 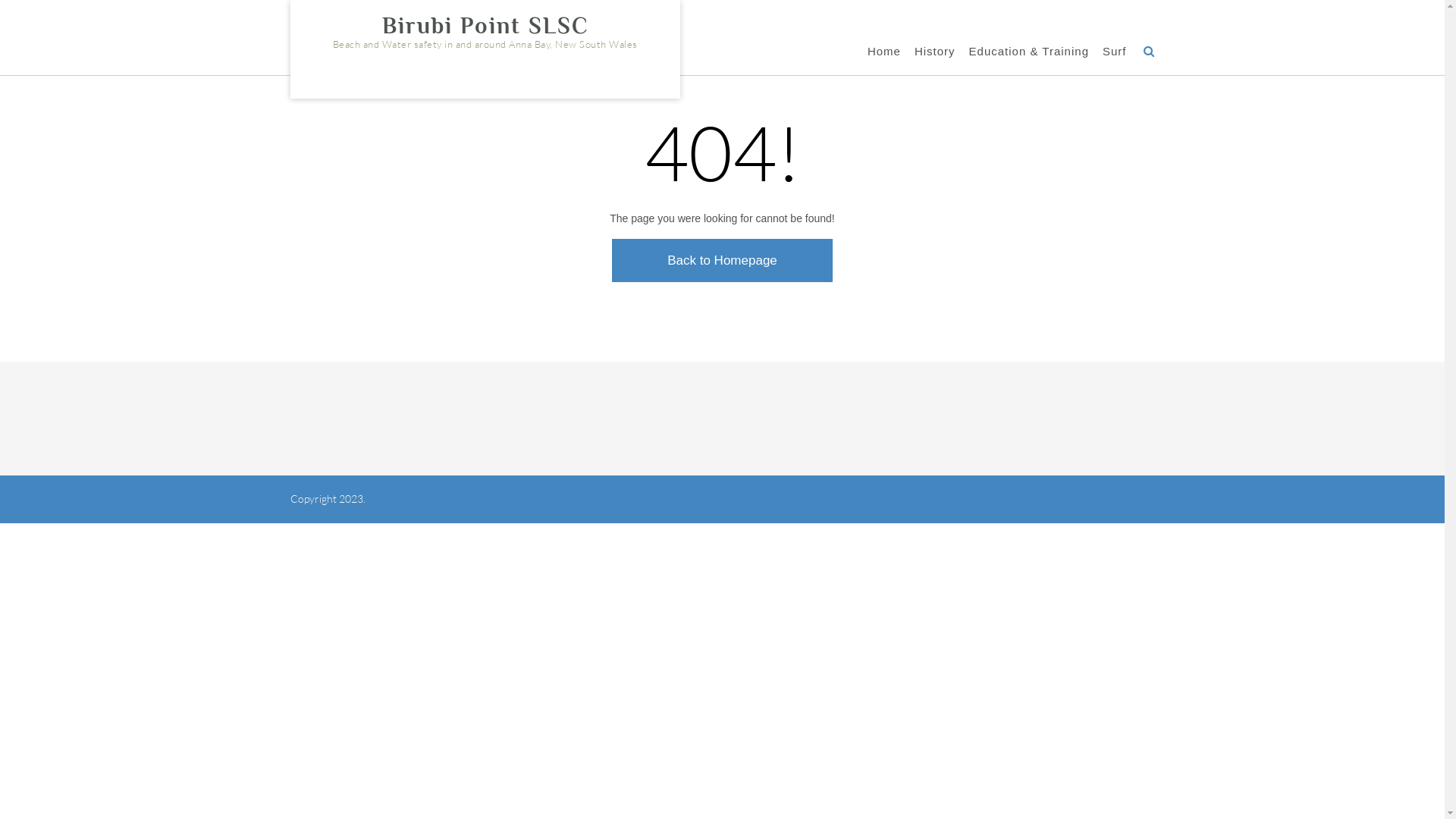 What do you see at coordinates (934, 51) in the screenshot?
I see `'History'` at bounding box center [934, 51].